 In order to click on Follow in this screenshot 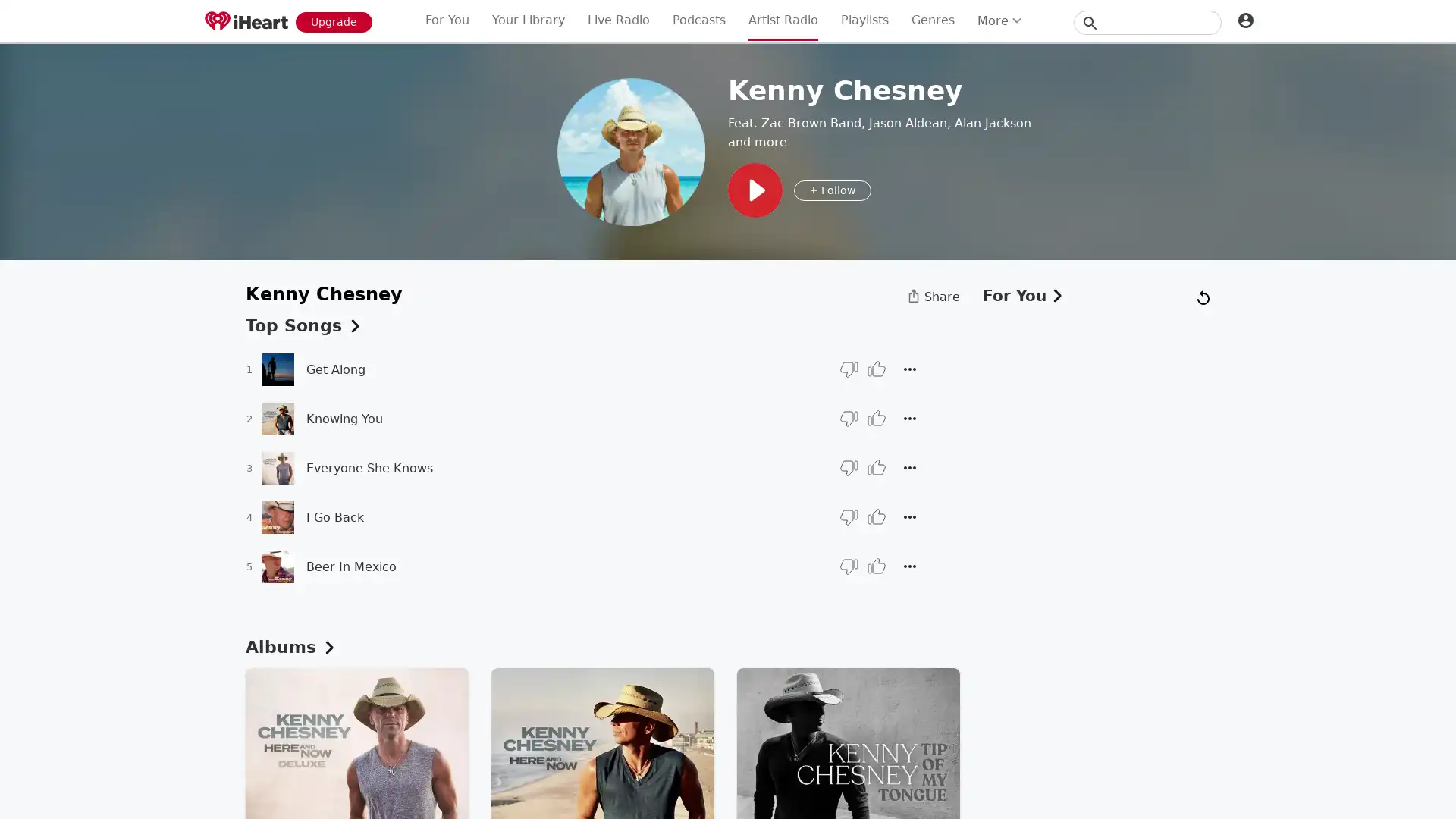, I will do `click(832, 189)`.